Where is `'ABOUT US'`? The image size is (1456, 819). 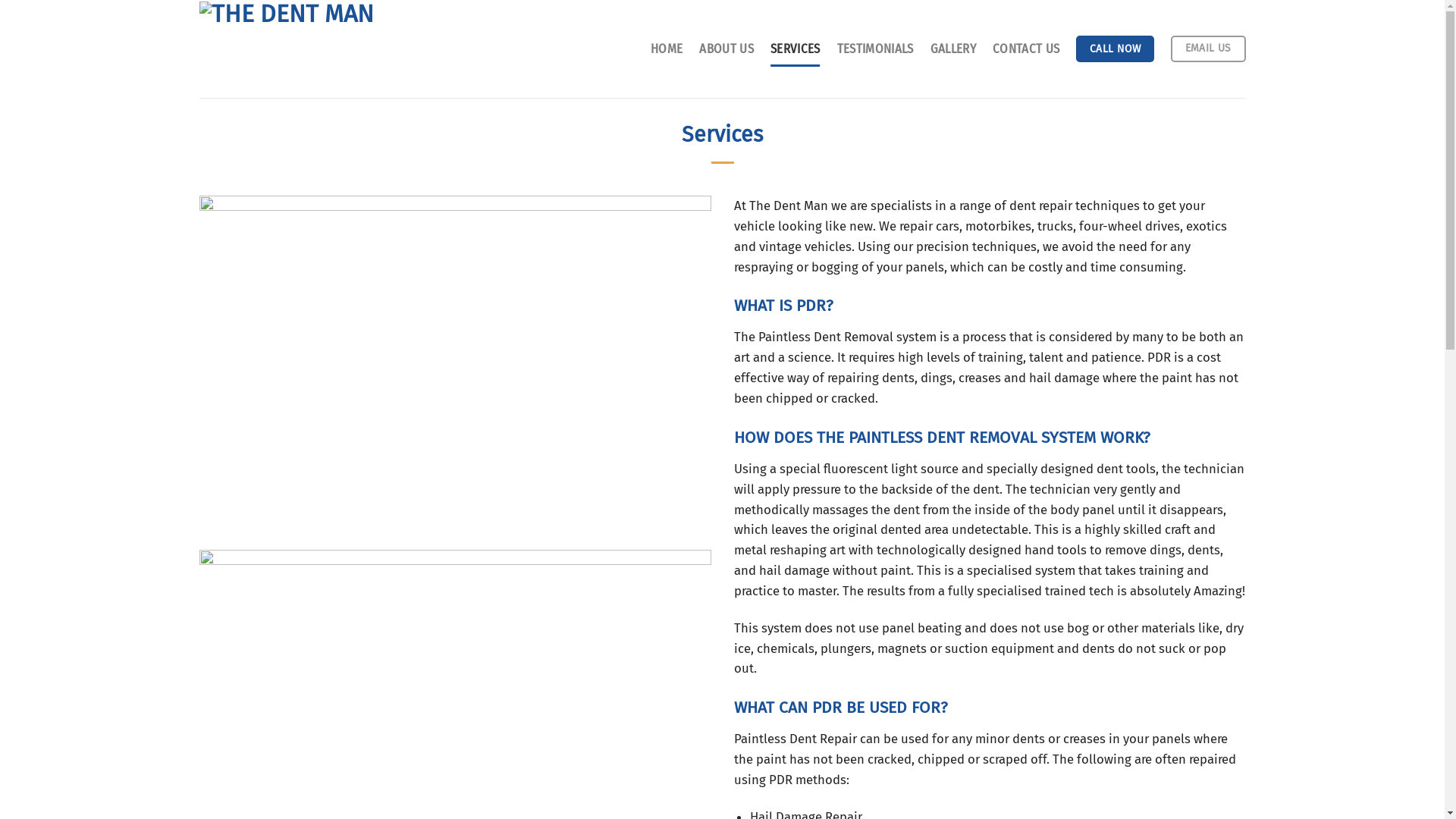
'ABOUT US' is located at coordinates (726, 48).